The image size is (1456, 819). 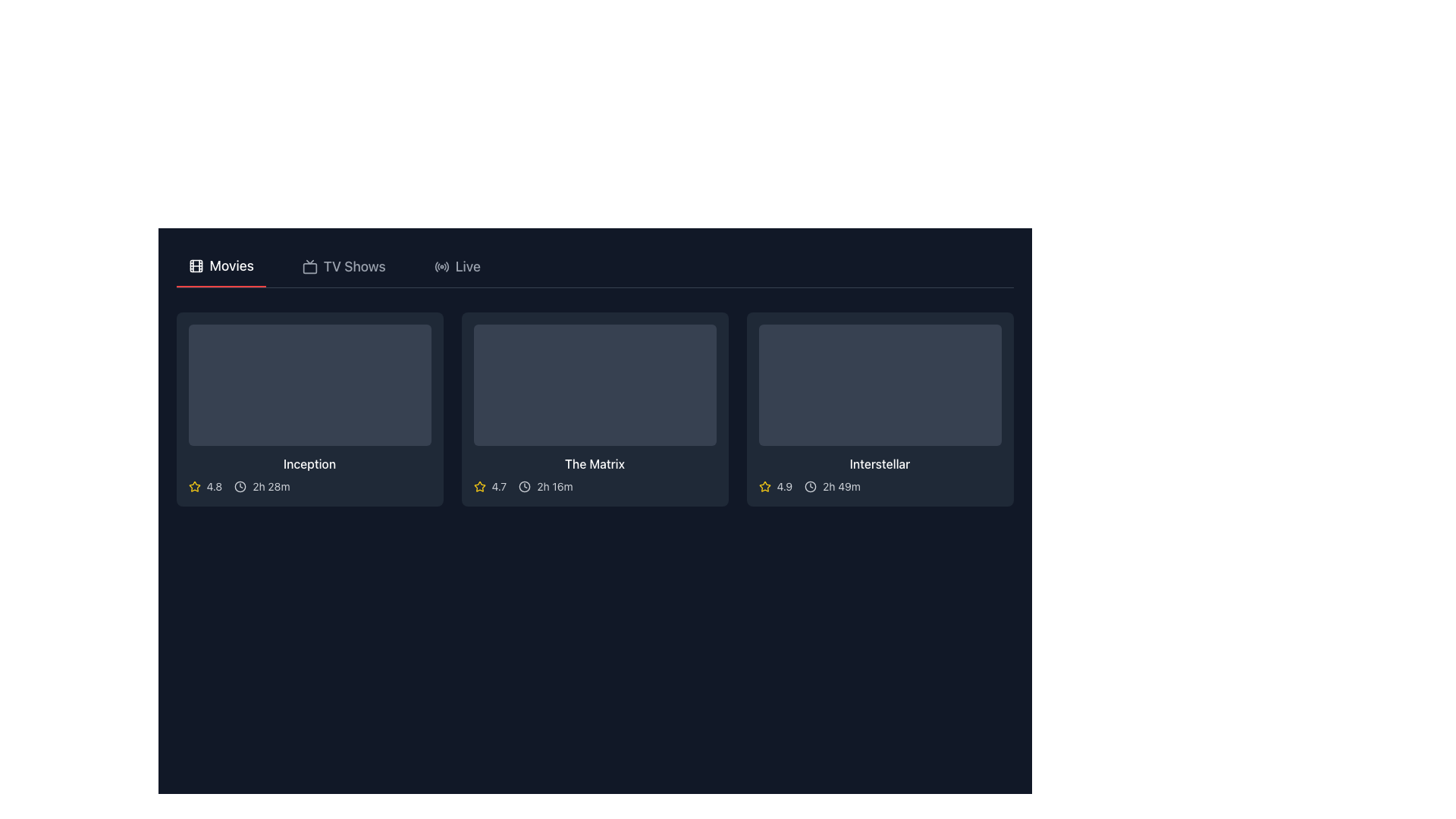 I want to click on the static text component displaying the rating value for the movie 'Interstellar', located at the bottom right of the card, so click(x=784, y=486).